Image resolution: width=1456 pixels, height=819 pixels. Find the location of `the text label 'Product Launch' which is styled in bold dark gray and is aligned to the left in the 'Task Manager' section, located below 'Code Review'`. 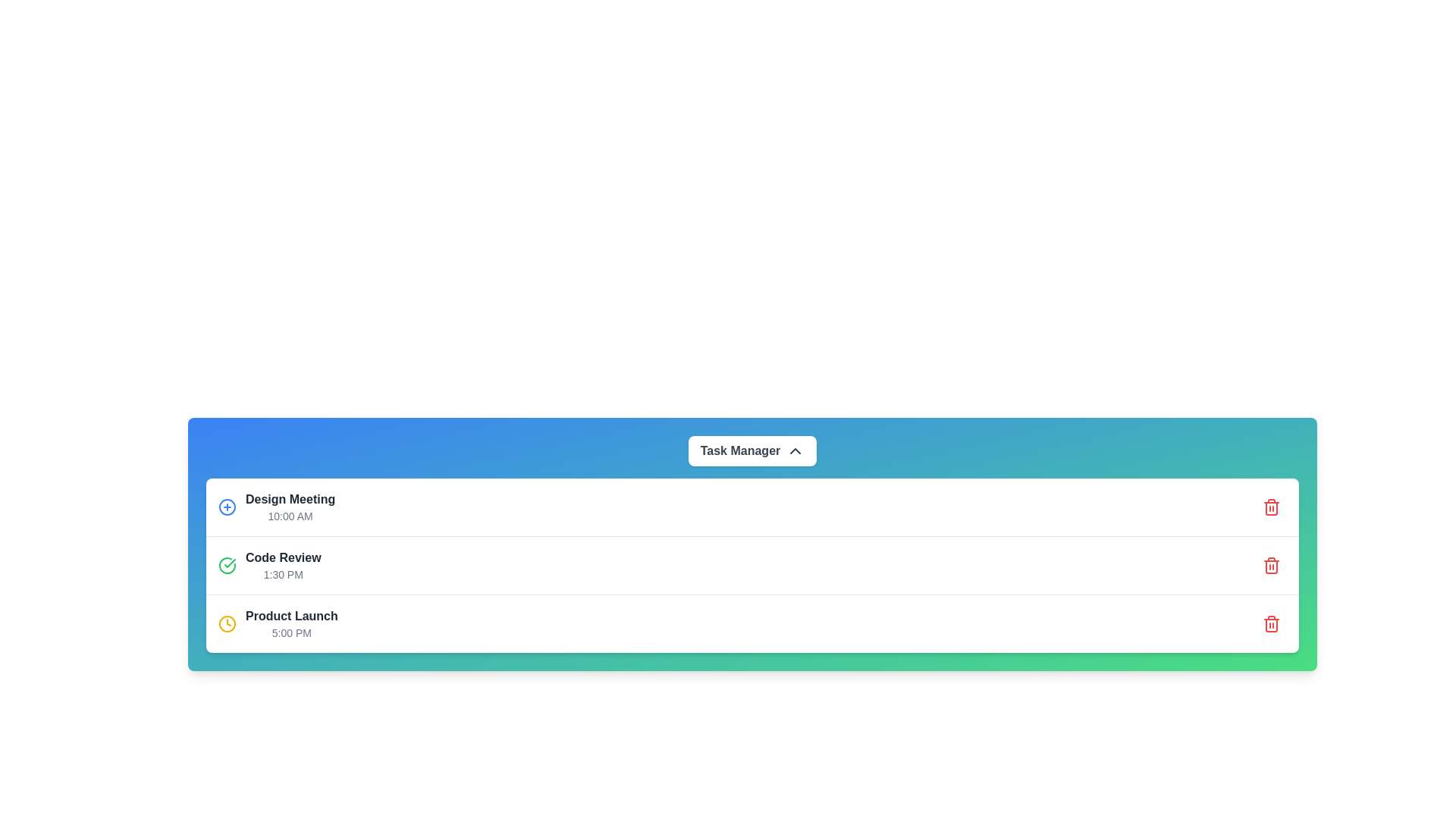

the text label 'Product Launch' which is styled in bold dark gray and is aligned to the left in the 'Task Manager' section, located below 'Code Review' is located at coordinates (291, 617).